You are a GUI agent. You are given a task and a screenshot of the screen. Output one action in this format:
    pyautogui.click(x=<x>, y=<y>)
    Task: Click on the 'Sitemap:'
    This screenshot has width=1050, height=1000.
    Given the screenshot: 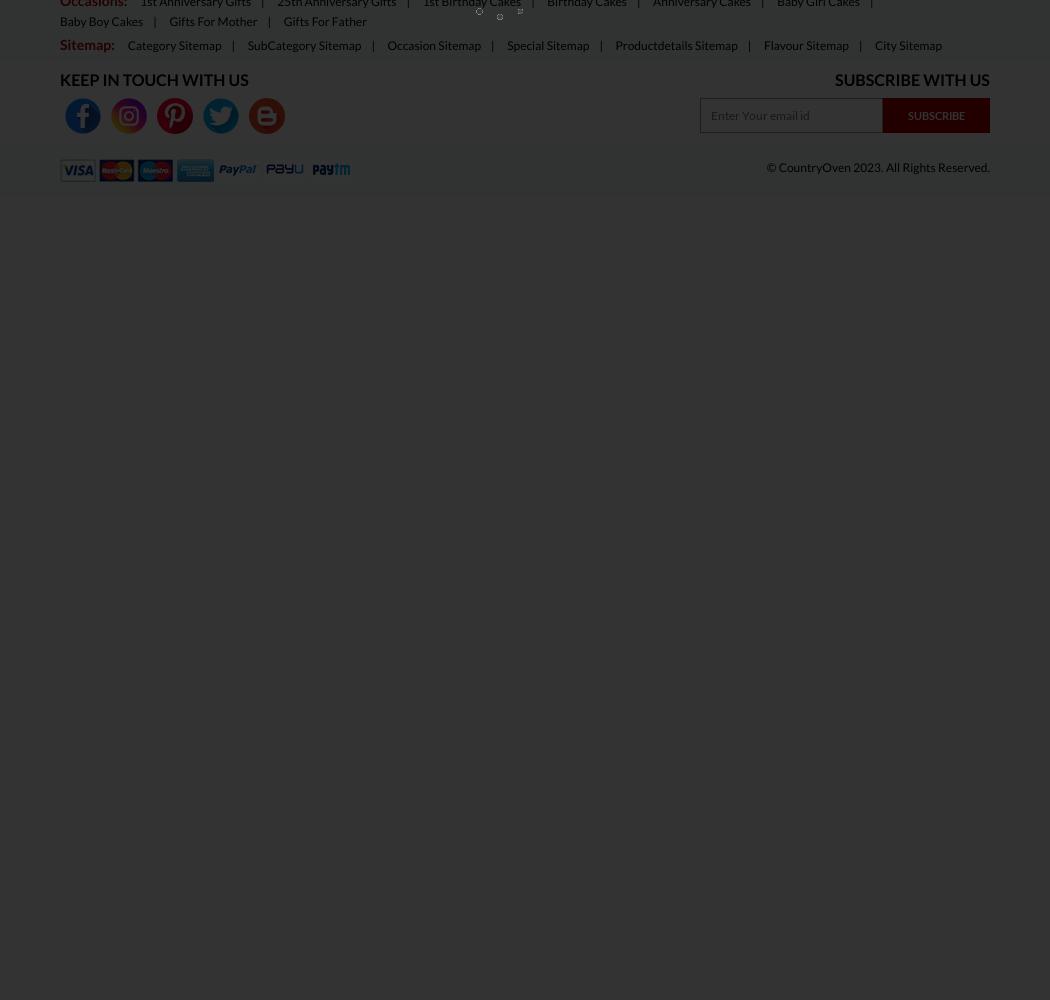 What is the action you would take?
    pyautogui.click(x=58, y=44)
    